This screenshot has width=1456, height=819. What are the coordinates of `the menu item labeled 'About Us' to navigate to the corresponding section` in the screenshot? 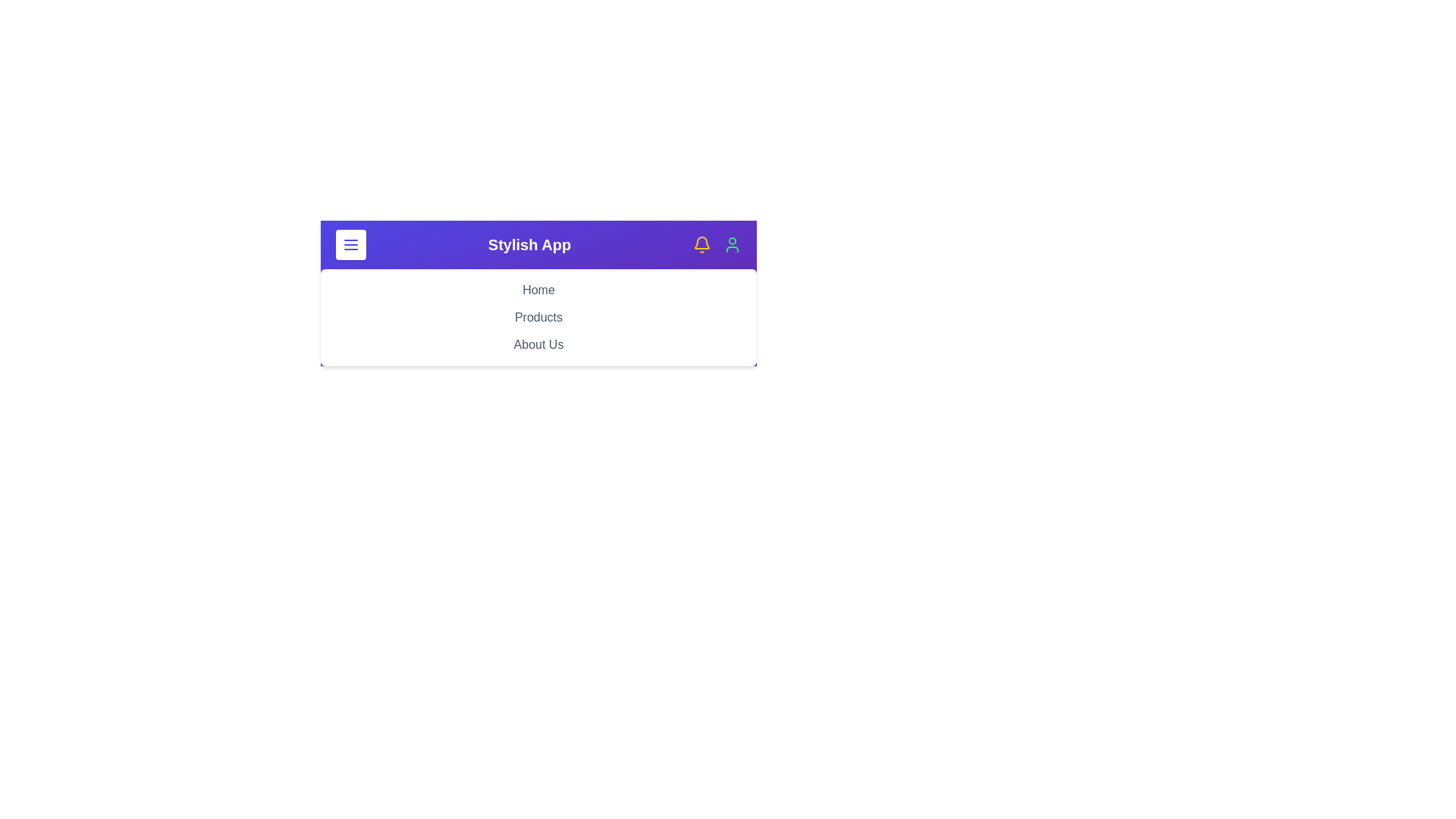 It's located at (538, 345).